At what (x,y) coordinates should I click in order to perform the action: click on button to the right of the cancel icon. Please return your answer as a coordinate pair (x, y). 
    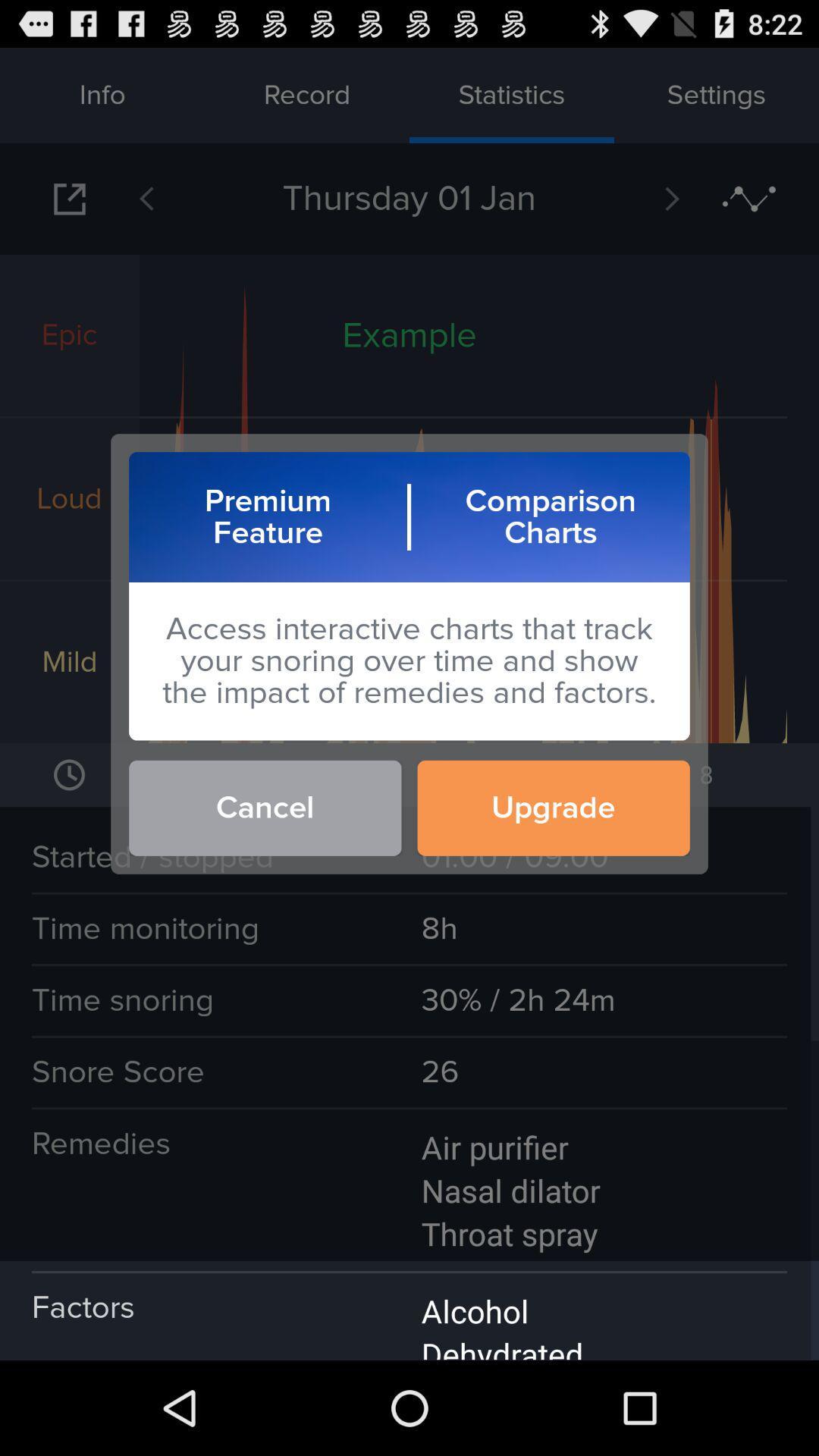
    Looking at the image, I should click on (554, 807).